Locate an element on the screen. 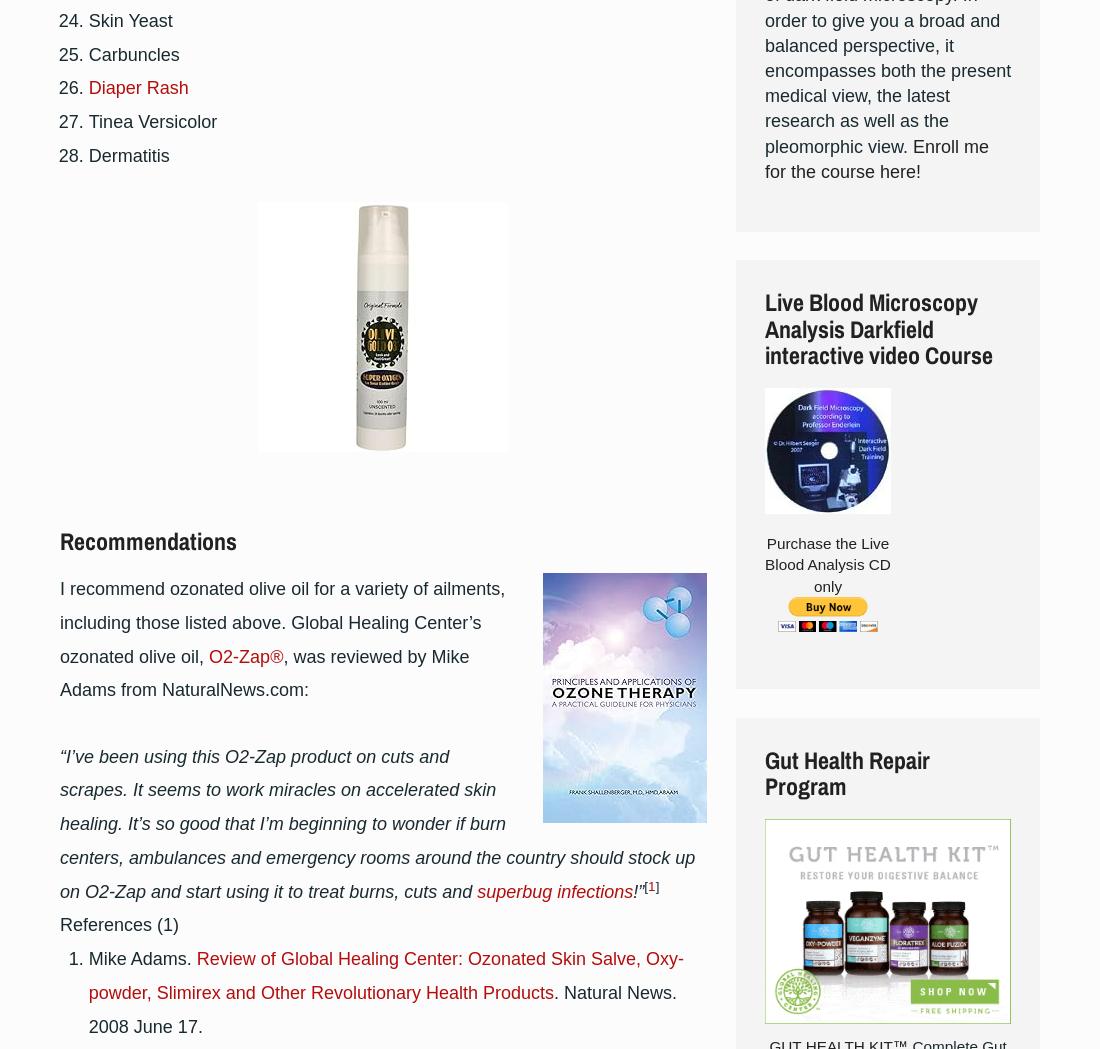 Image resolution: width=1100 pixels, height=1049 pixels. 'Purchase the Live Blood Analysis CD only' is located at coordinates (826, 564).